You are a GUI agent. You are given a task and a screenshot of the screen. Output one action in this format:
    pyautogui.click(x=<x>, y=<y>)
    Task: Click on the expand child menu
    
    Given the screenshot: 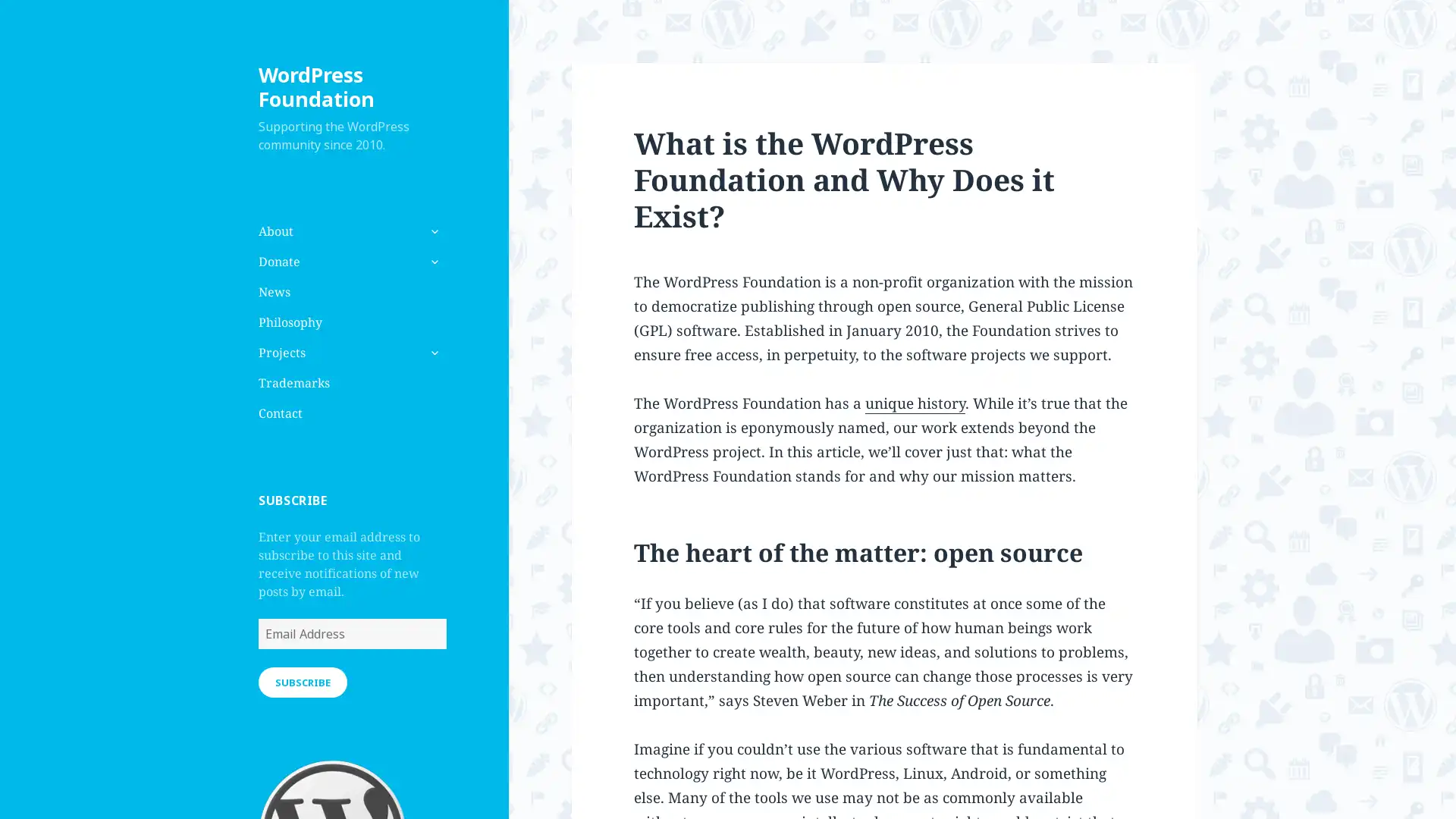 What is the action you would take?
    pyautogui.click(x=432, y=260)
    